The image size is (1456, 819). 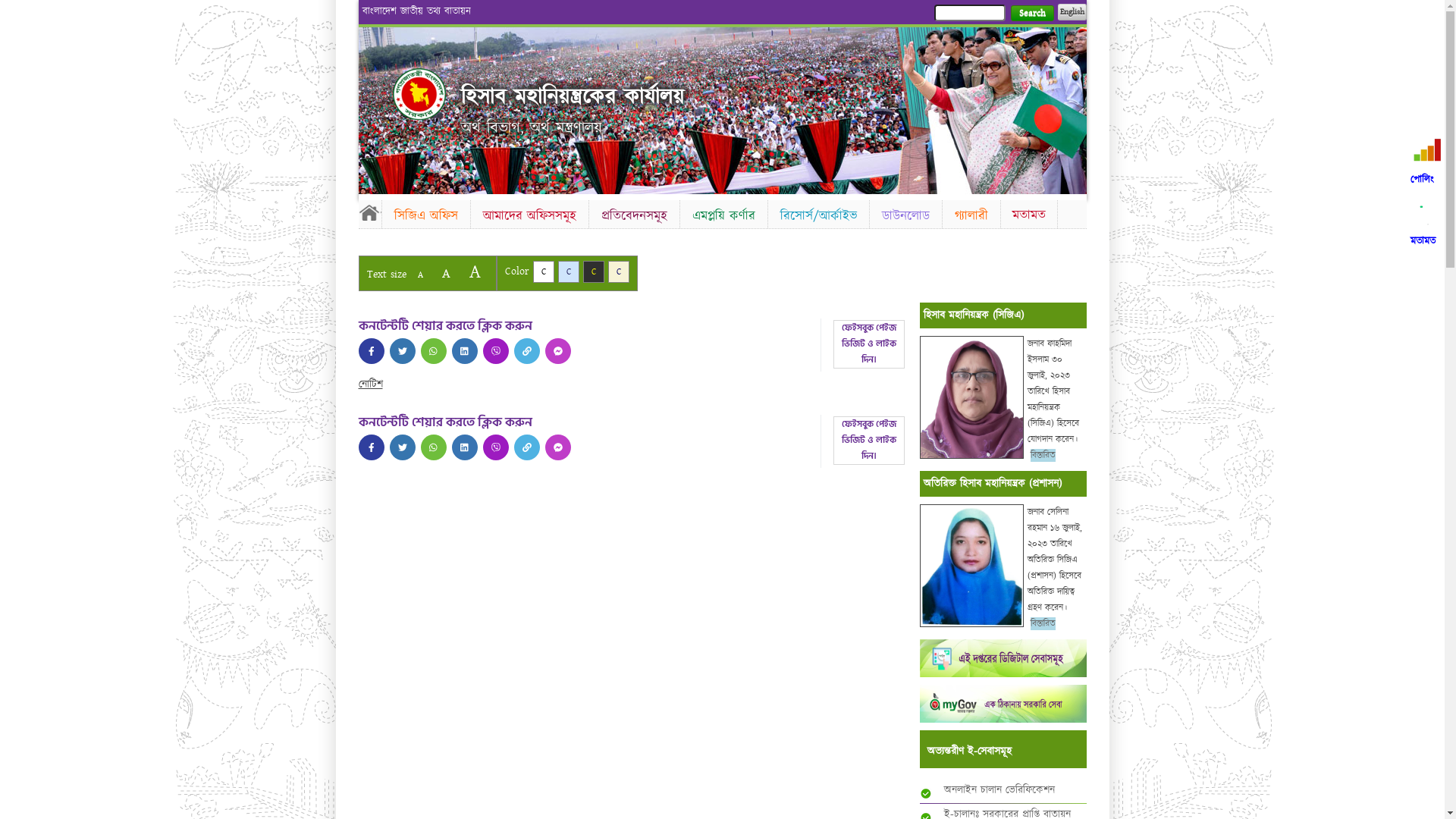 What do you see at coordinates (592, 271) in the screenshot?
I see `'C'` at bounding box center [592, 271].